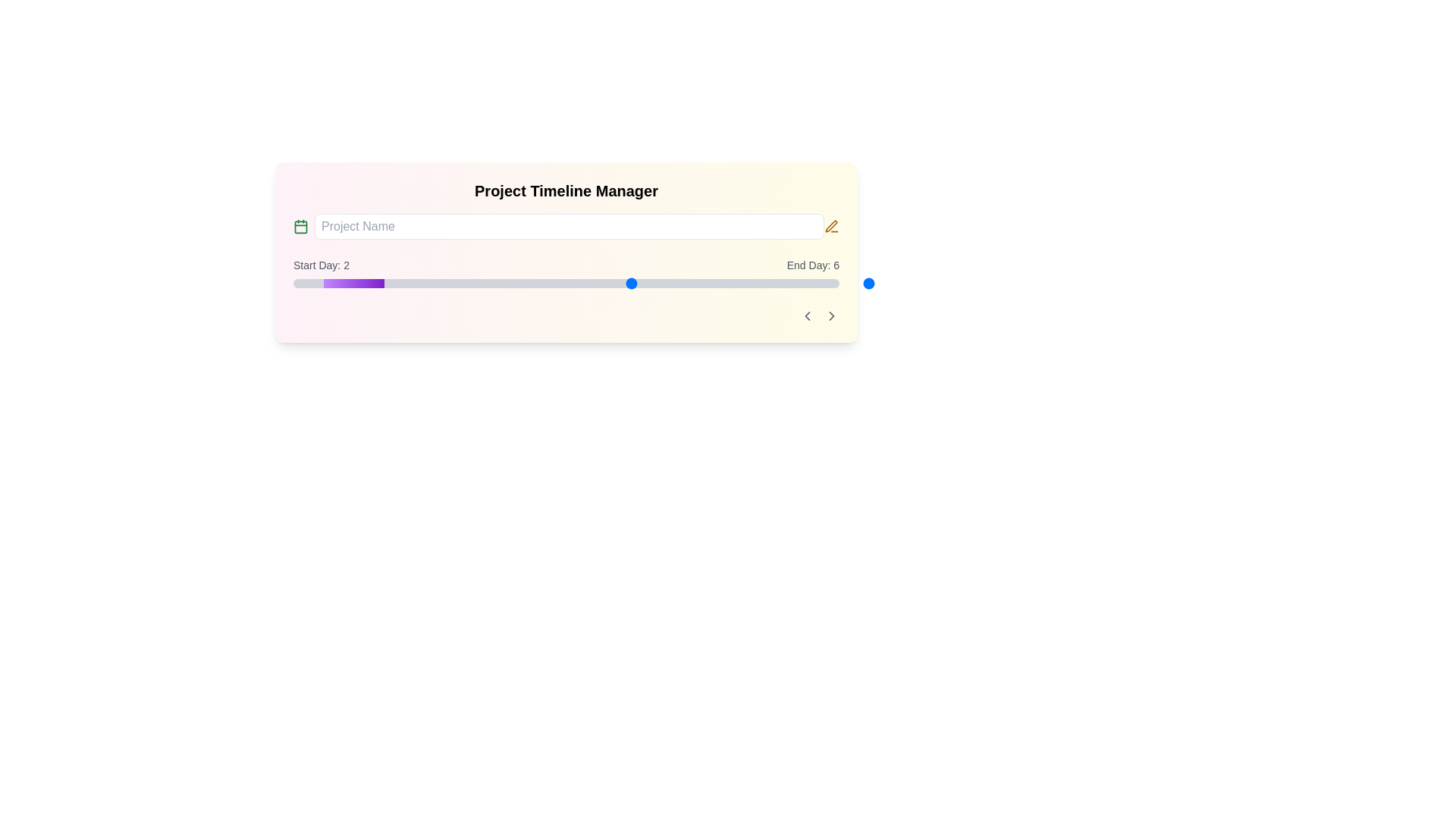 This screenshot has width=1456, height=819. Describe the element at coordinates (830, 226) in the screenshot. I see `the yellow pencil icon located in the top-right area of the text input field` at that location.